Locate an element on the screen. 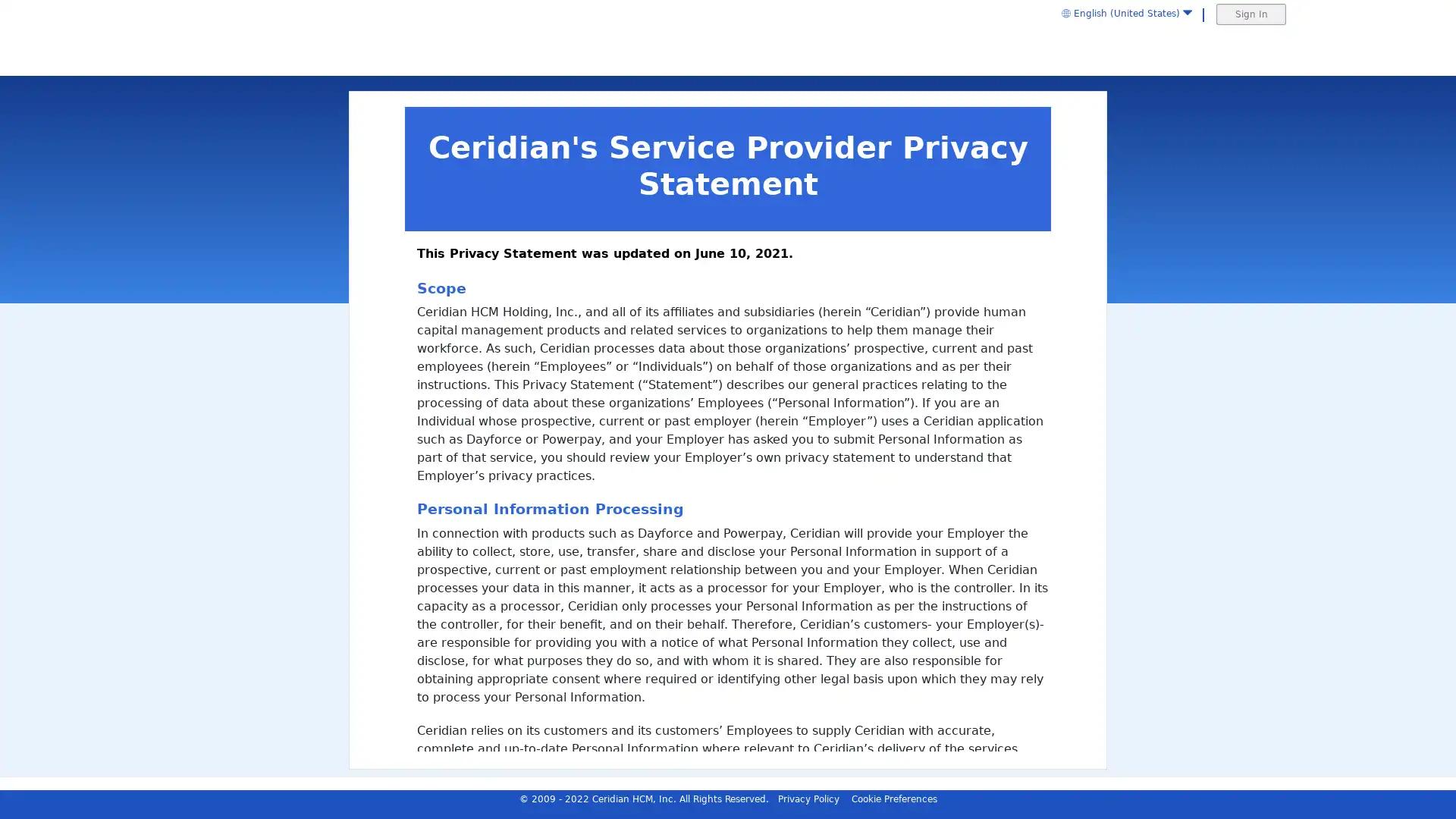 The width and height of the screenshot is (1456, 819). Sign In is located at coordinates (1251, 14).